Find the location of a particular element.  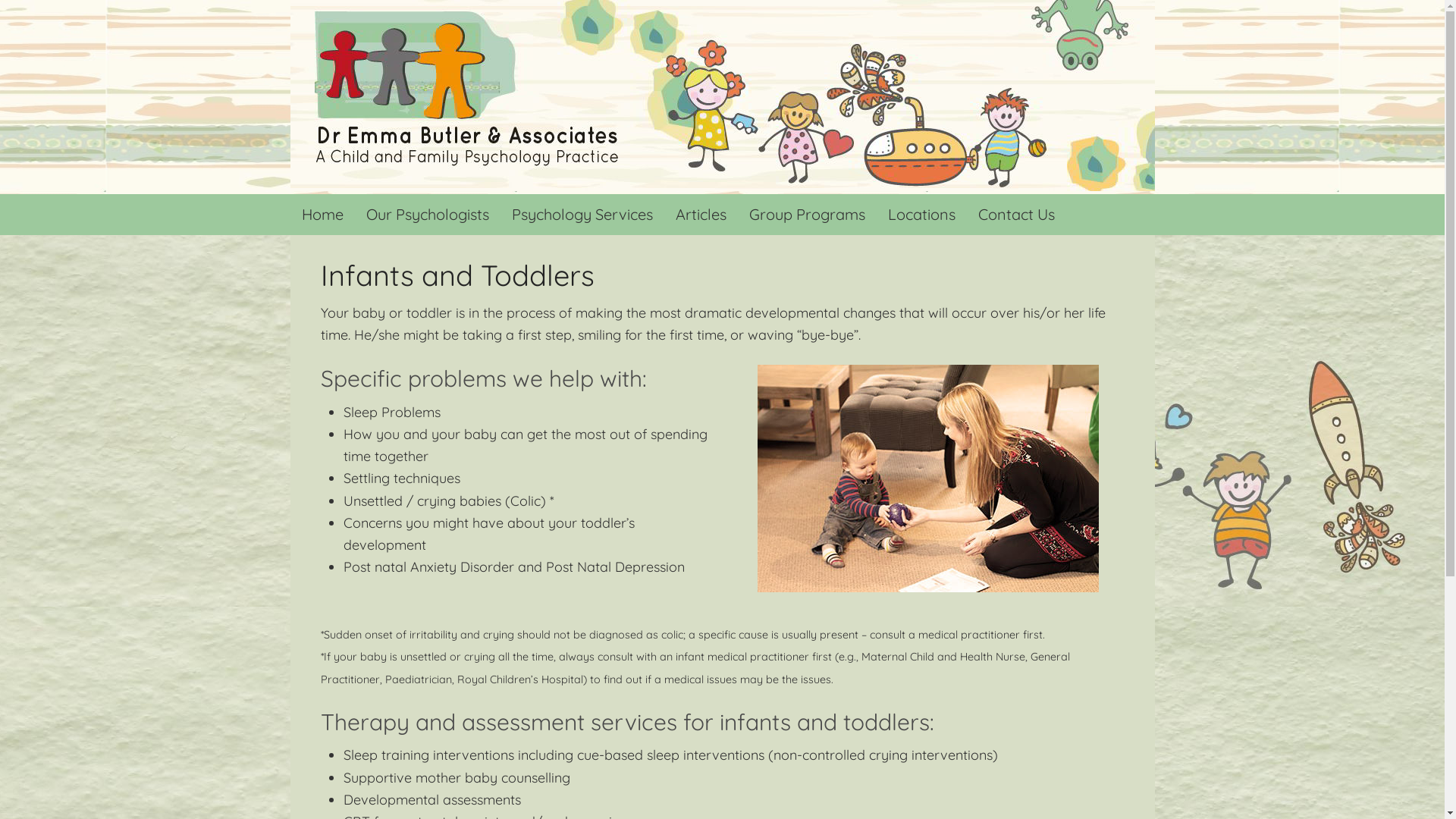

'Psychology Services' is located at coordinates (500, 214).